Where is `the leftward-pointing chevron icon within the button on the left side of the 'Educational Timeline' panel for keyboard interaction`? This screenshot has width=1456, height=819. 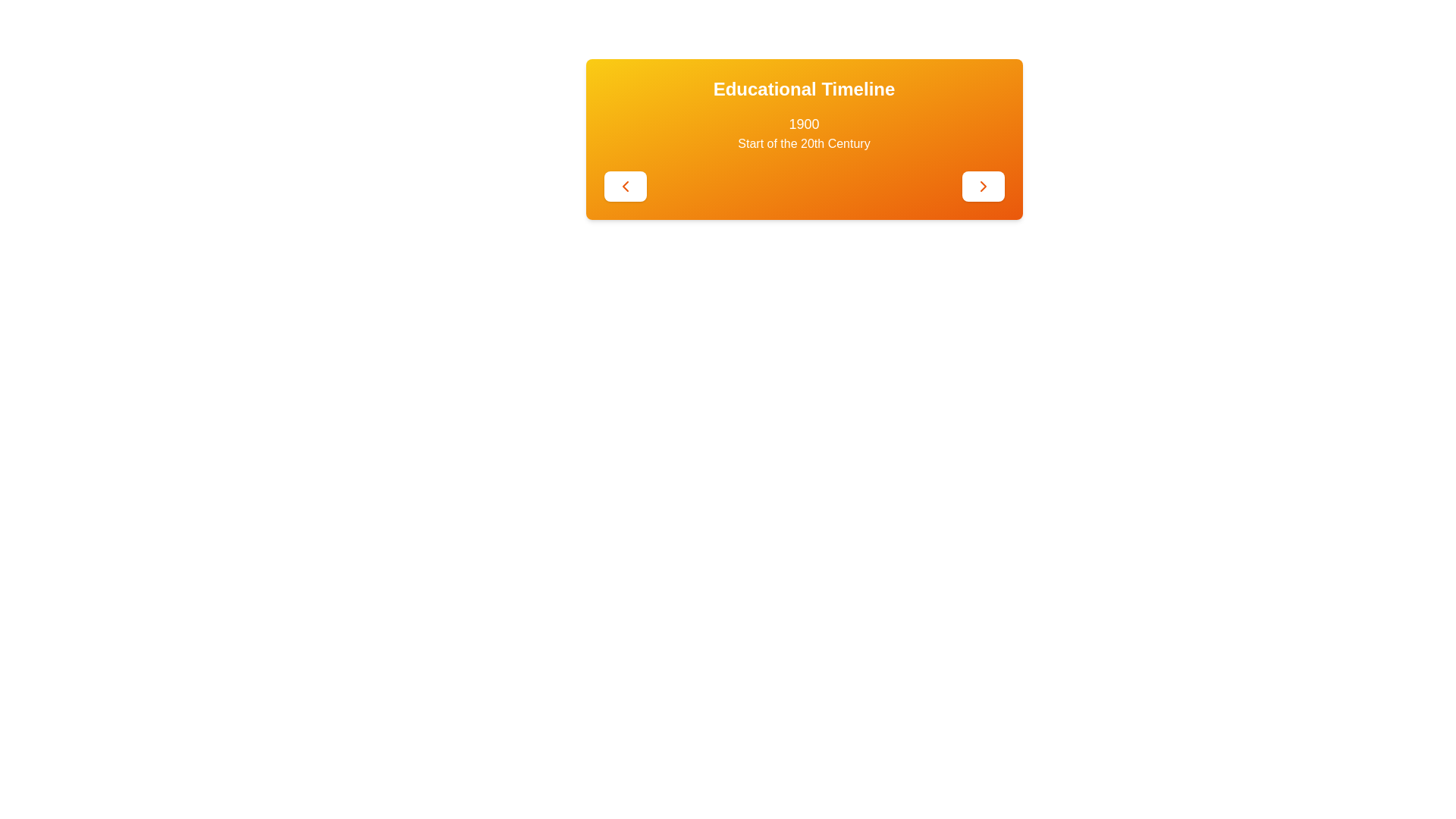 the leftward-pointing chevron icon within the button on the left side of the 'Educational Timeline' panel for keyboard interaction is located at coordinates (625, 186).